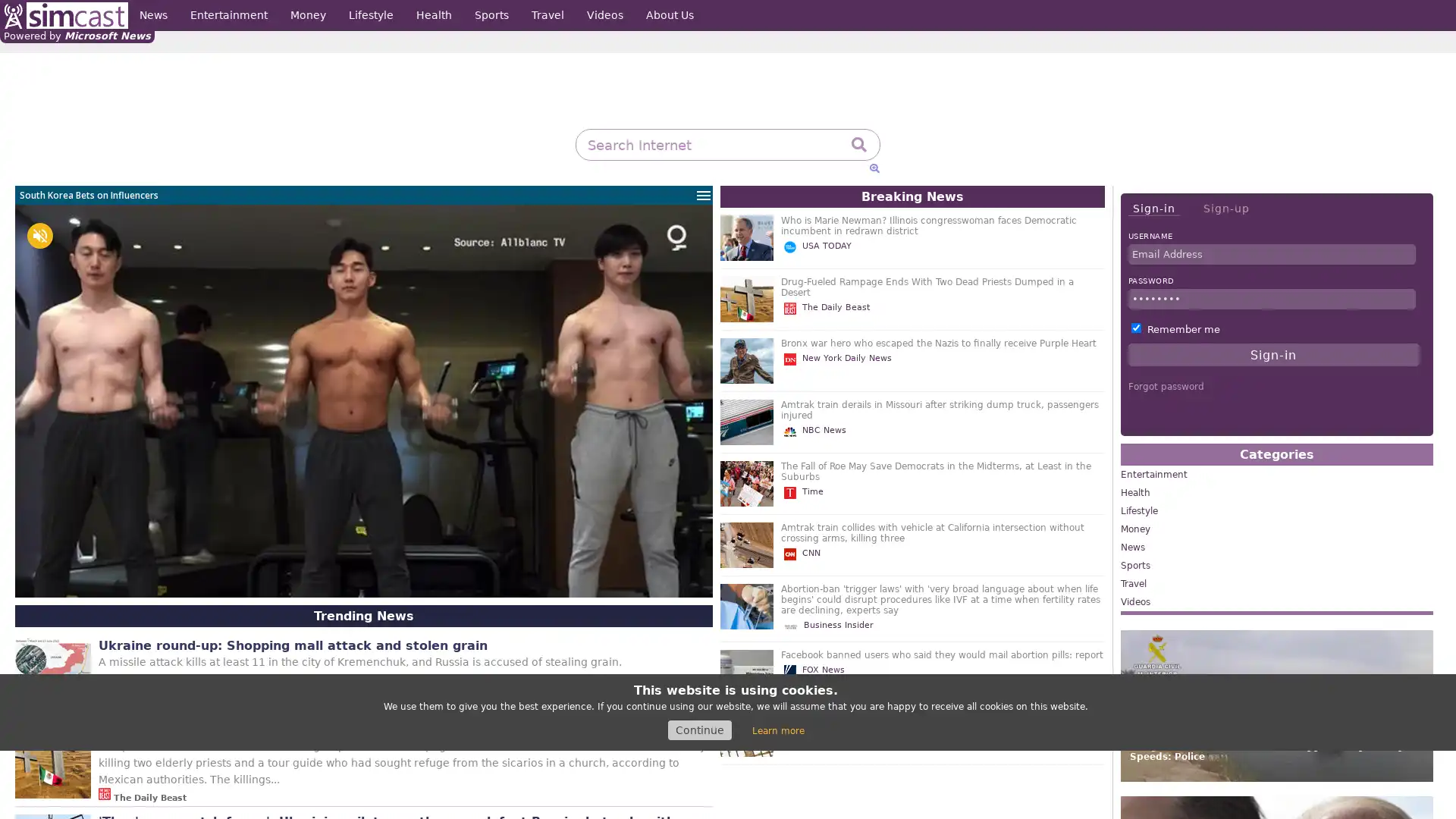  Describe the element at coordinates (1153, 209) in the screenshot. I see `Sign-in` at that location.